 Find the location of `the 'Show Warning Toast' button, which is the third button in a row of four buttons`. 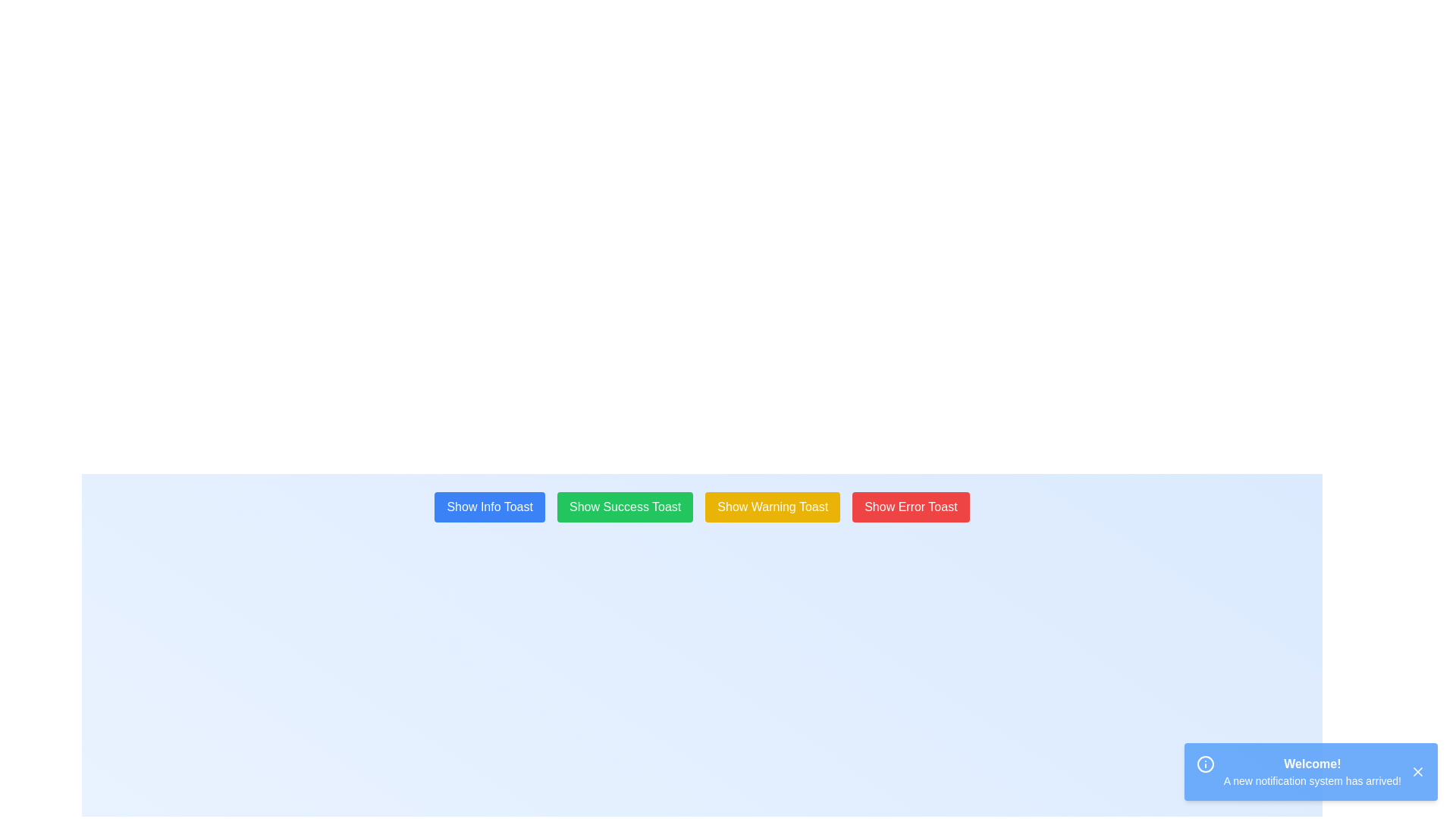

the 'Show Warning Toast' button, which is the third button in a row of four buttons is located at coordinates (772, 507).